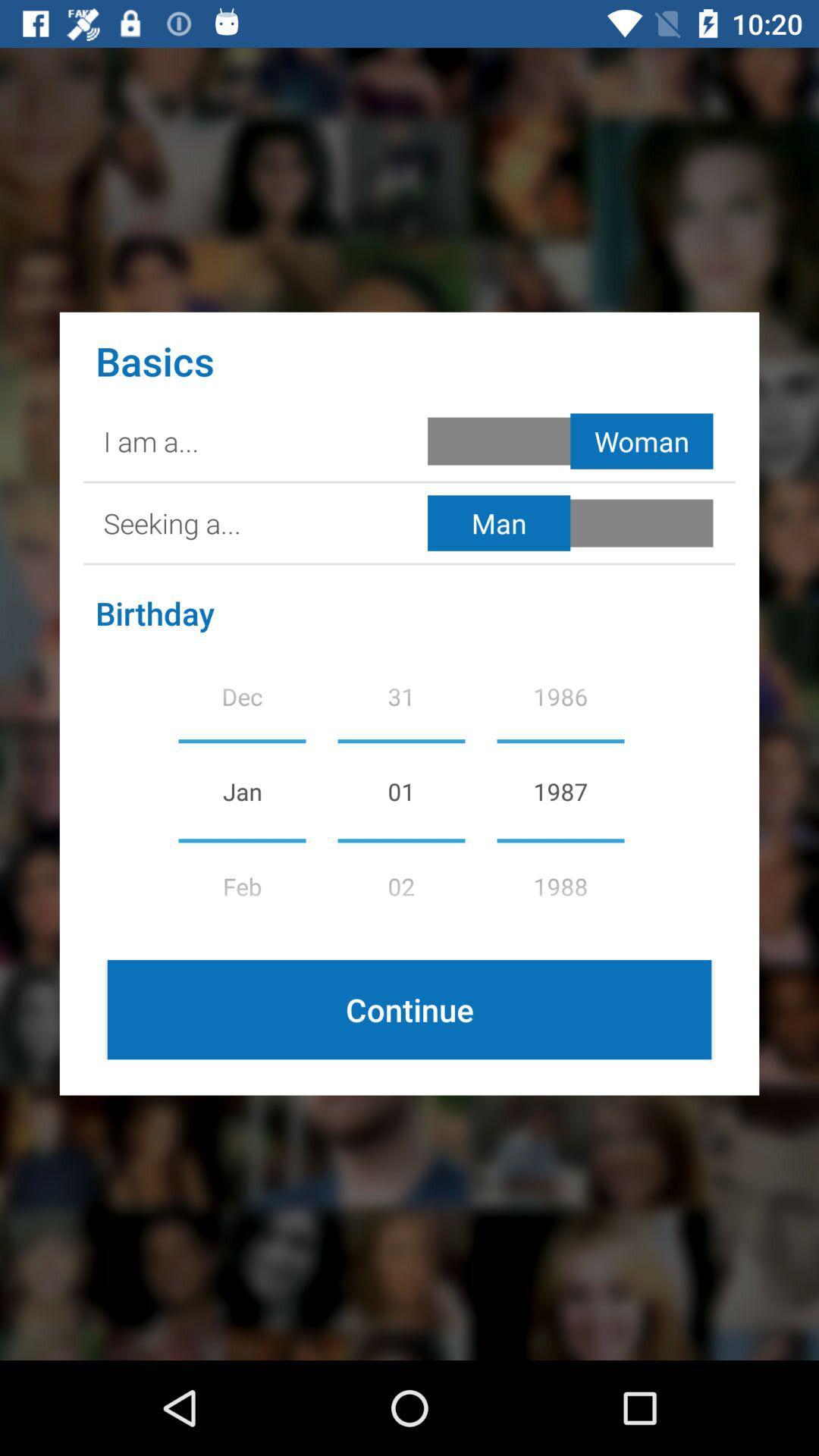  I want to click on gender menu, so click(573, 440).